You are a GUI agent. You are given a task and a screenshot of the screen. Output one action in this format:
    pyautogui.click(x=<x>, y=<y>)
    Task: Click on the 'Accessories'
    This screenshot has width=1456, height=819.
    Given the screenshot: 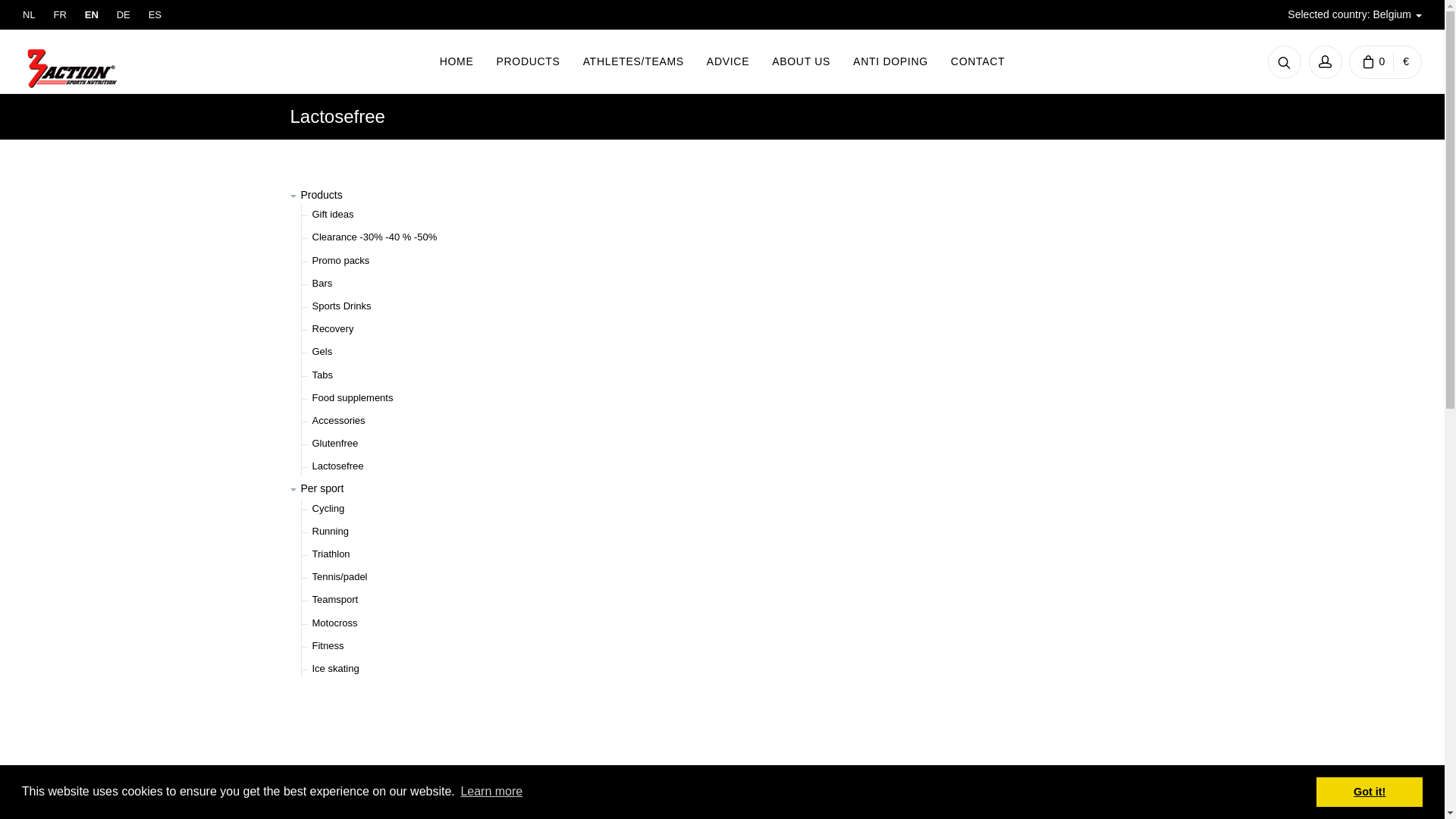 What is the action you would take?
    pyautogui.click(x=337, y=420)
    